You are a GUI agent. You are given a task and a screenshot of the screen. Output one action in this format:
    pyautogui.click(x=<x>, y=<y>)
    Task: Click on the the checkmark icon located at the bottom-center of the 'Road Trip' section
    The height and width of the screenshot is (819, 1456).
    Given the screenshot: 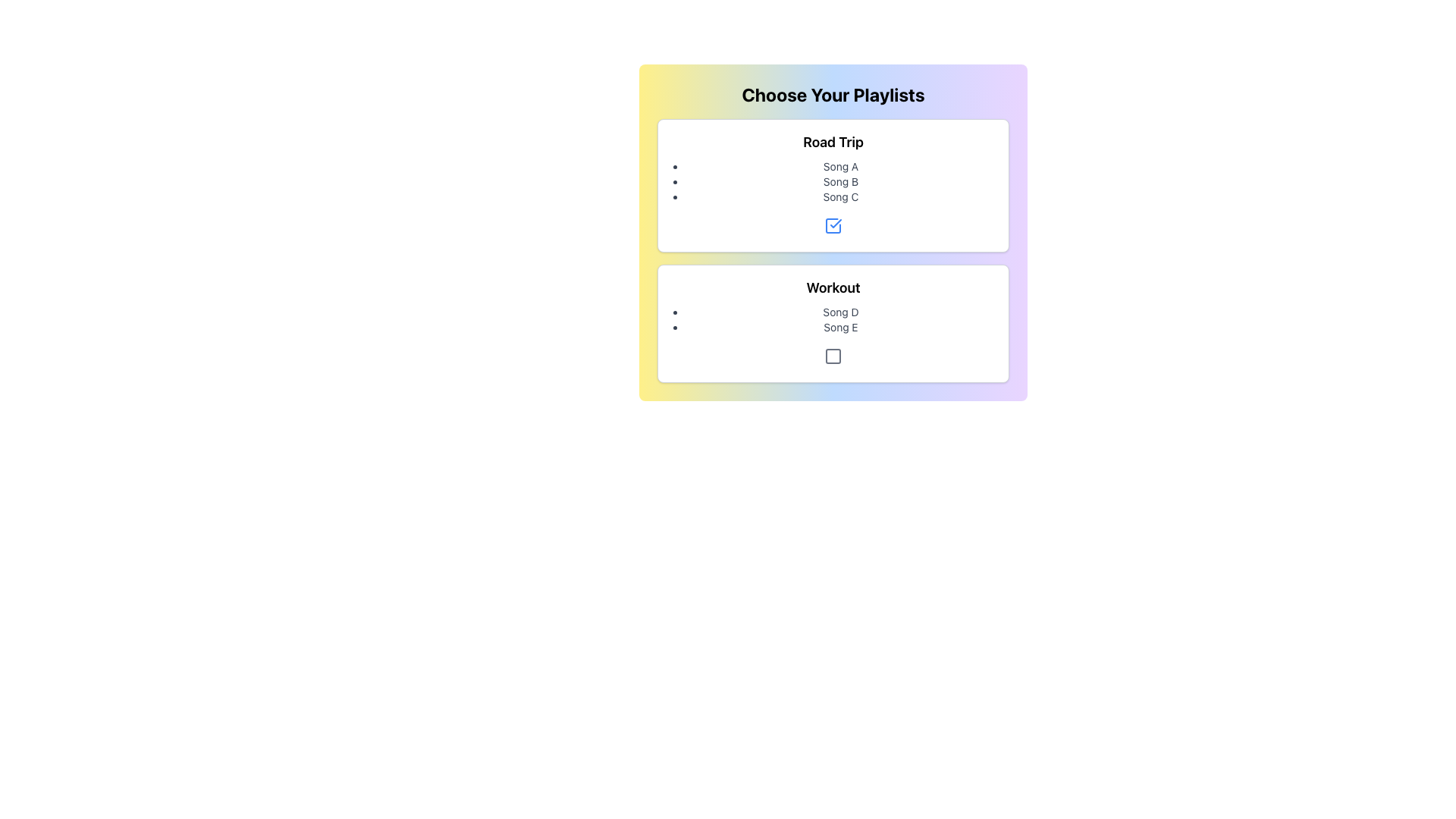 What is the action you would take?
    pyautogui.click(x=835, y=223)
    